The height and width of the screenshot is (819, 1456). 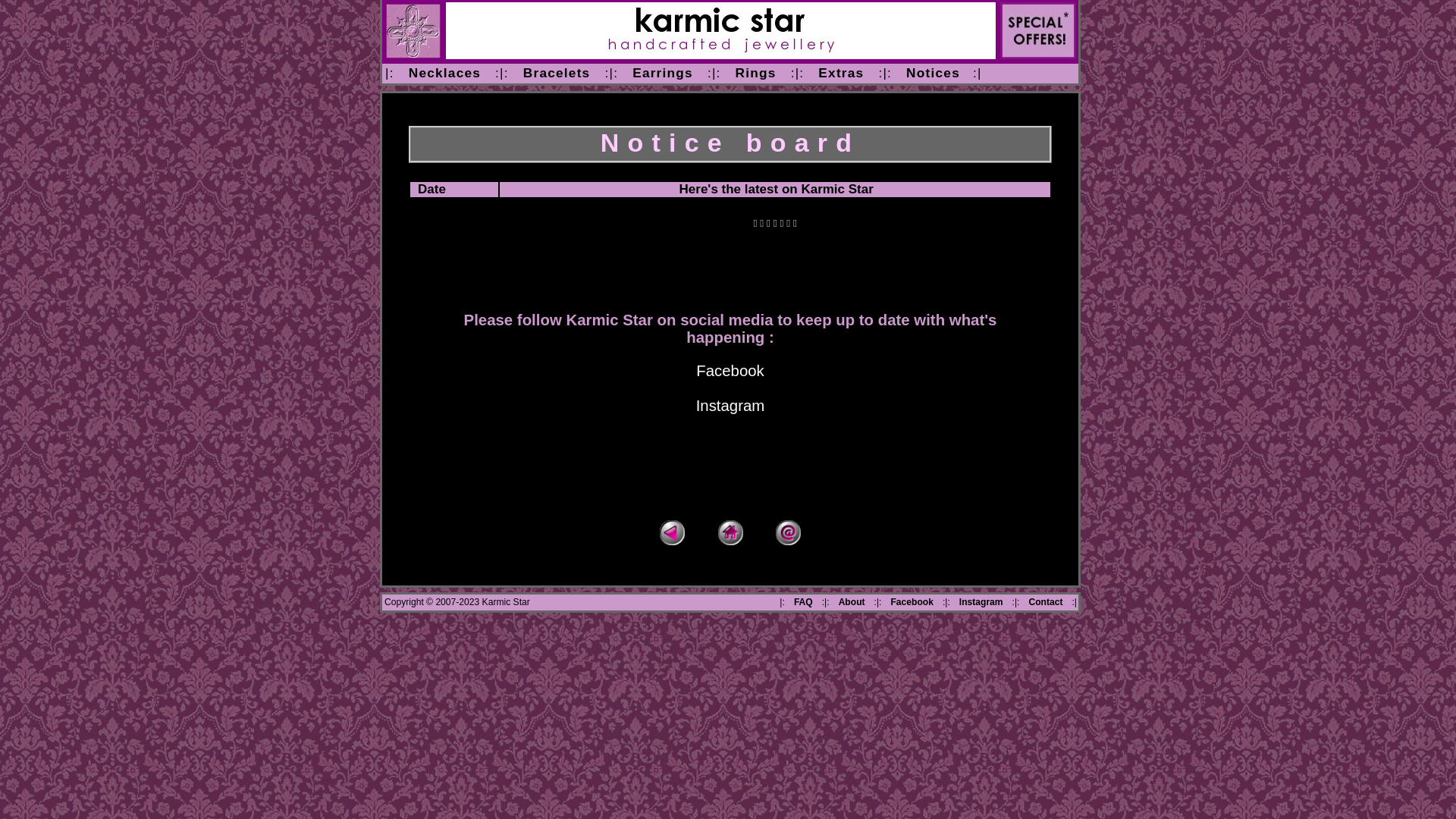 I want to click on 'Notices', so click(x=932, y=73).